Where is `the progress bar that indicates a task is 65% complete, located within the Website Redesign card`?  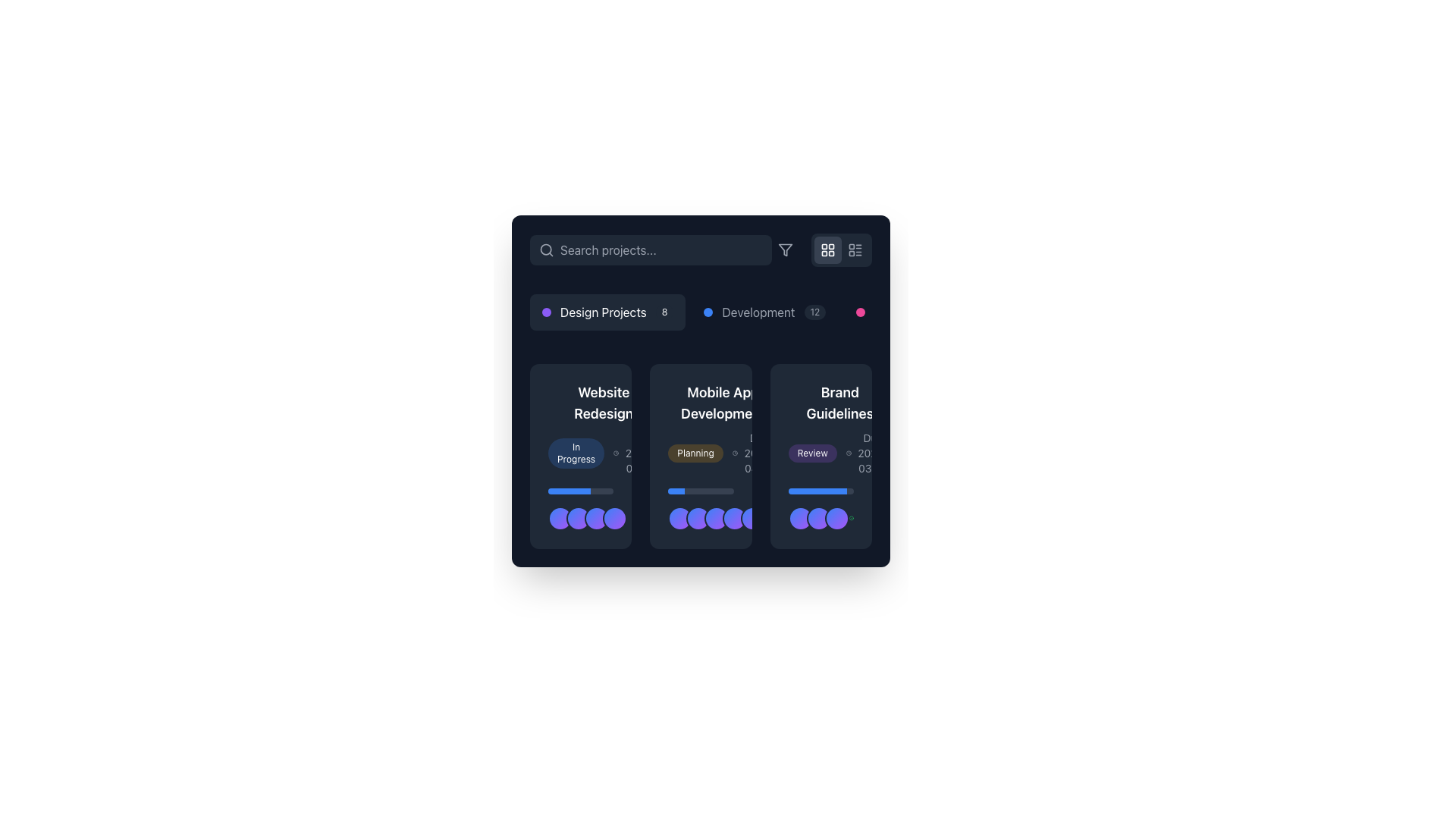
the progress bar that indicates a task is 65% complete, located within the Website Redesign card is located at coordinates (569, 491).